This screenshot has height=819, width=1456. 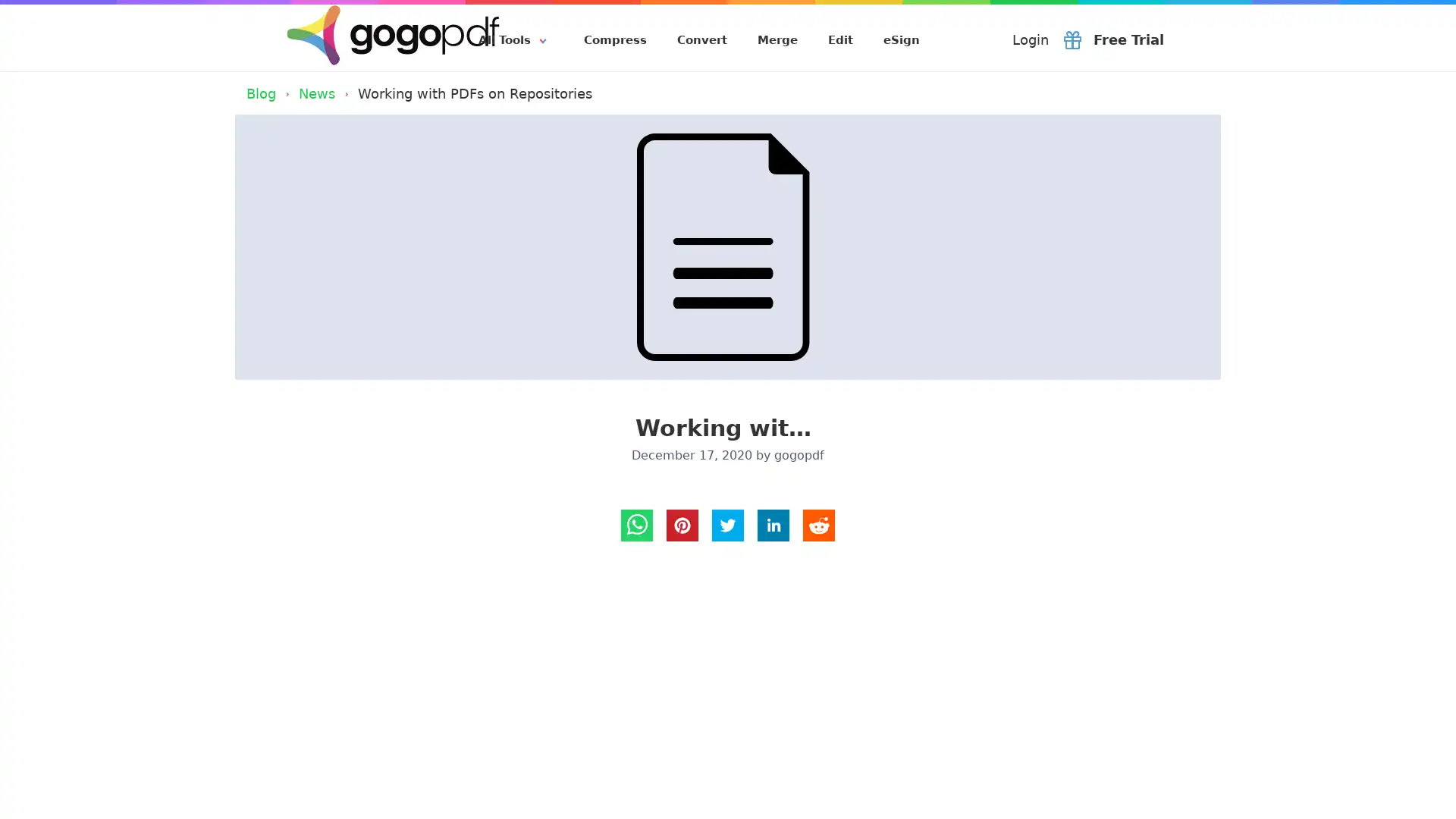 I want to click on pinterest, so click(x=682, y=525).